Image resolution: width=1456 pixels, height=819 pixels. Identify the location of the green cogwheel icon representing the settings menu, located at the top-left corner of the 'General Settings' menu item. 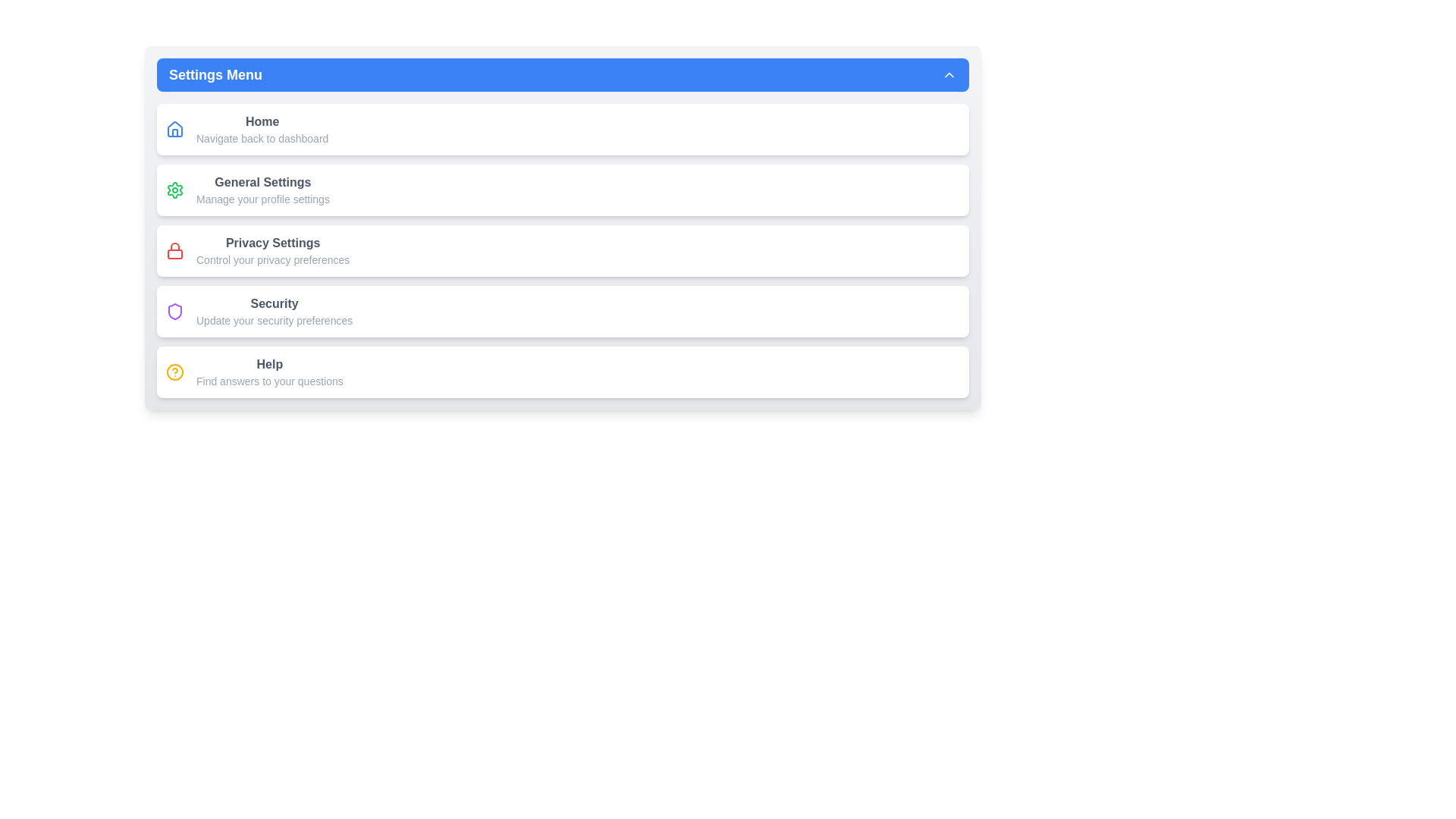
(174, 189).